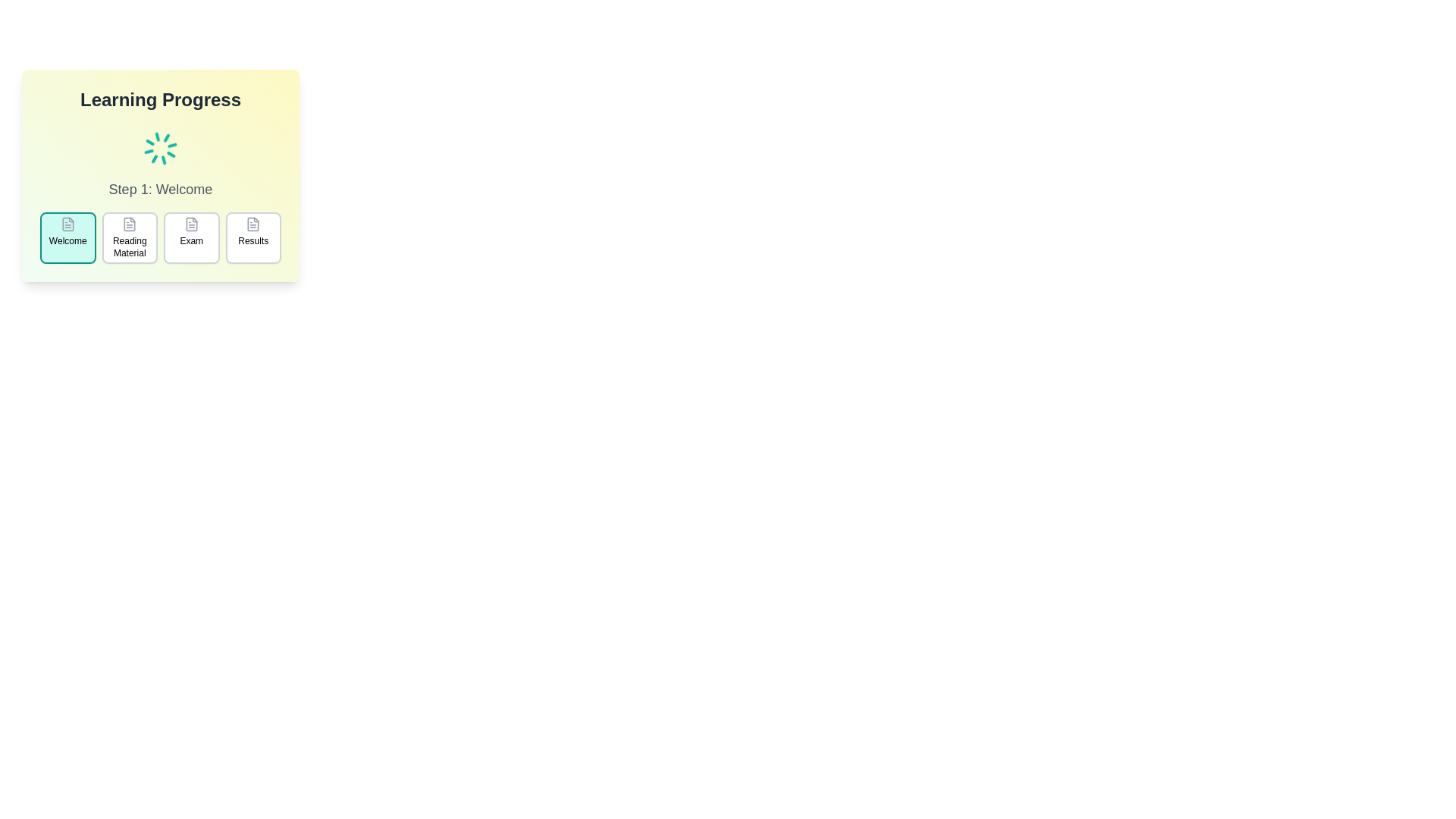 This screenshot has height=819, width=1456. What do you see at coordinates (67, 237) in the screenshot?
I see `the 'Welcome' button, which is located in the first column beneath the 'Learning Progress' heading` at bounding box center [67, 237].